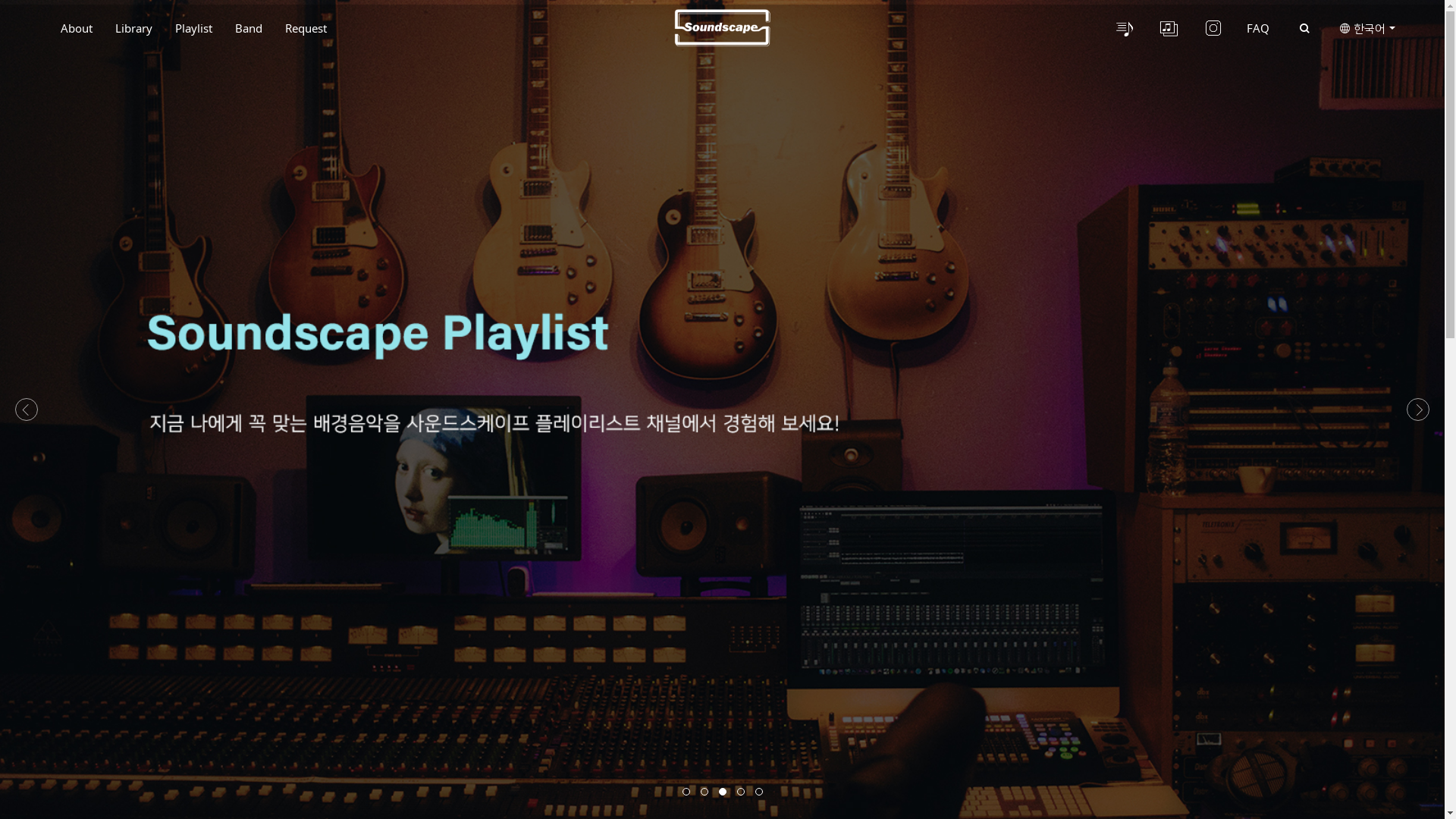 The width and height of the screenshot is (1456, 819). Describe the element at coordinates (49, 28) in the screenshot. I see `'About'` at that location.